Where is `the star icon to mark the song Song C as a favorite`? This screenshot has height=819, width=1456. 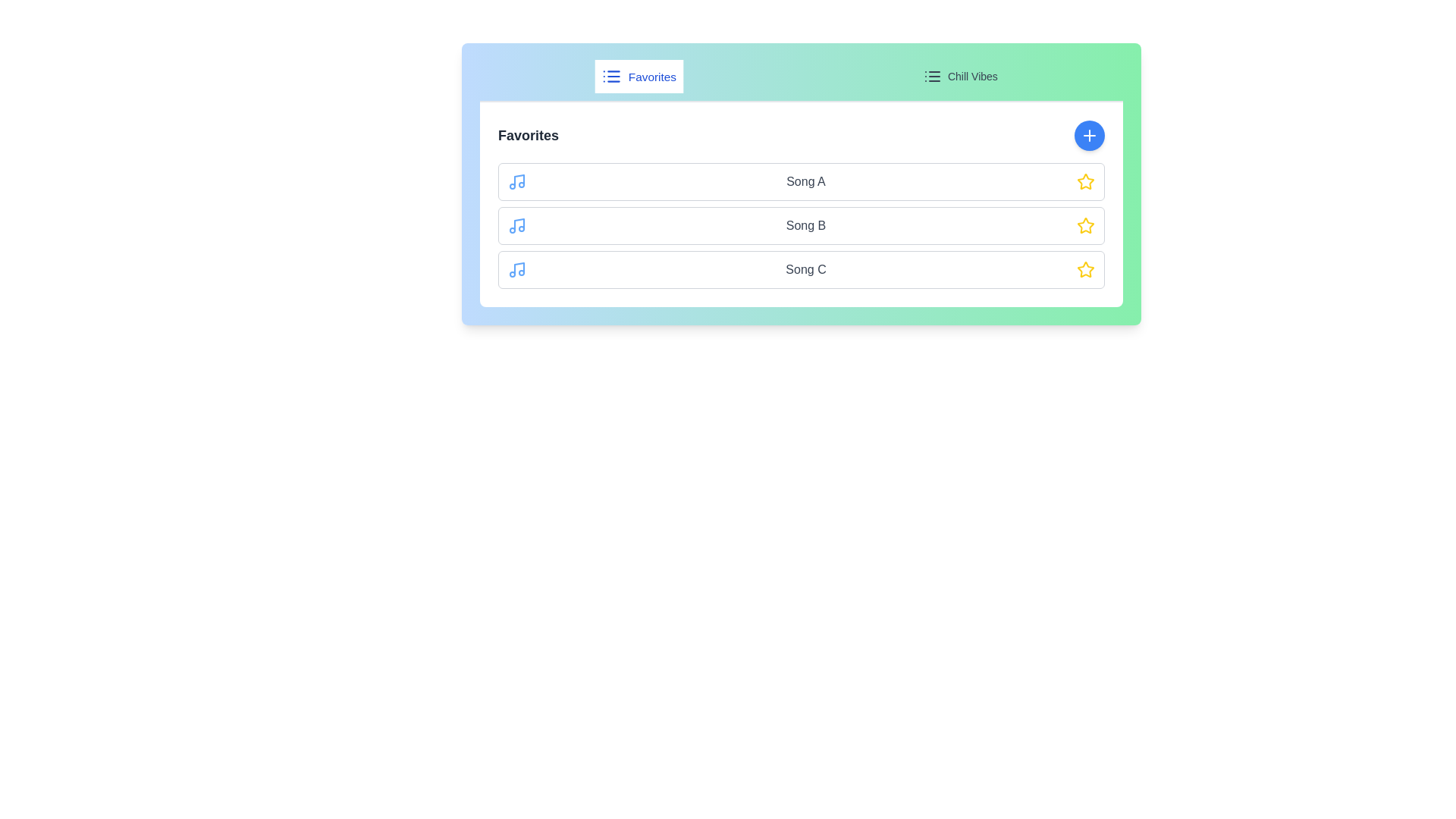
the star icon to mark the song Song C as a favorite is located at coordinates (1084, 268).